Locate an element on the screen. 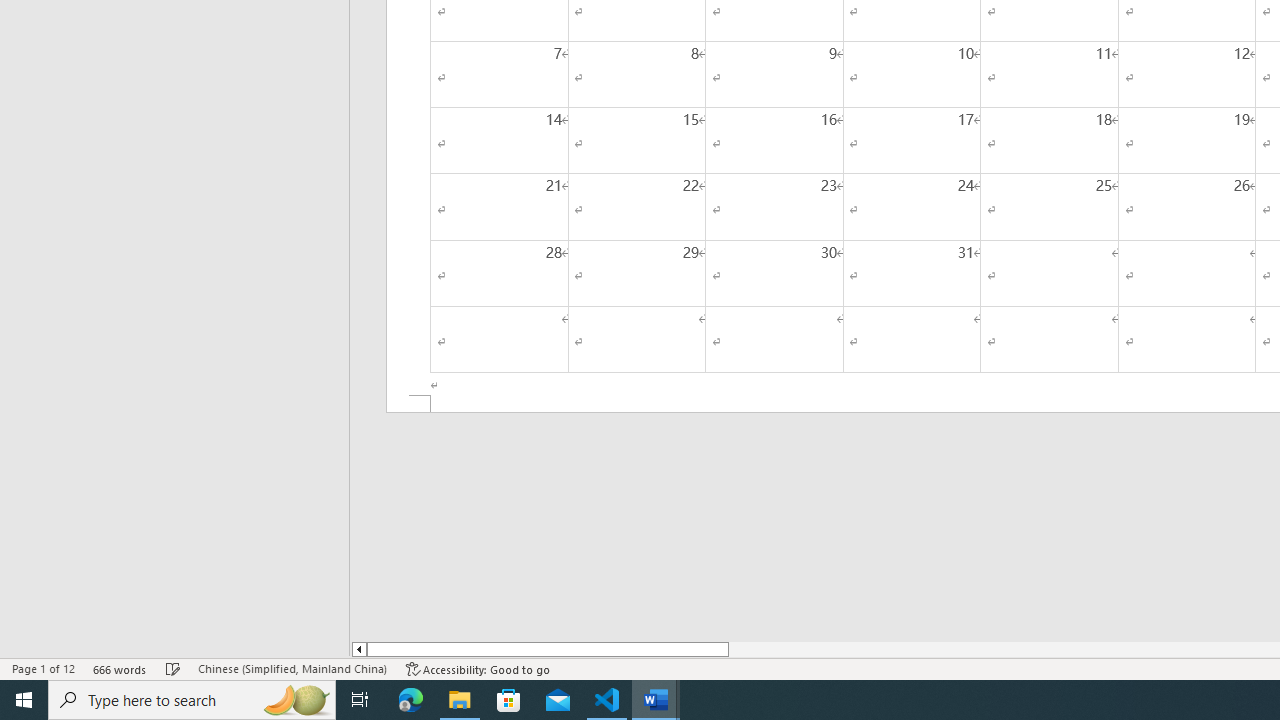  'Language Chinese (Simplified, Mainland China)' is located at coordinates (291, 669).